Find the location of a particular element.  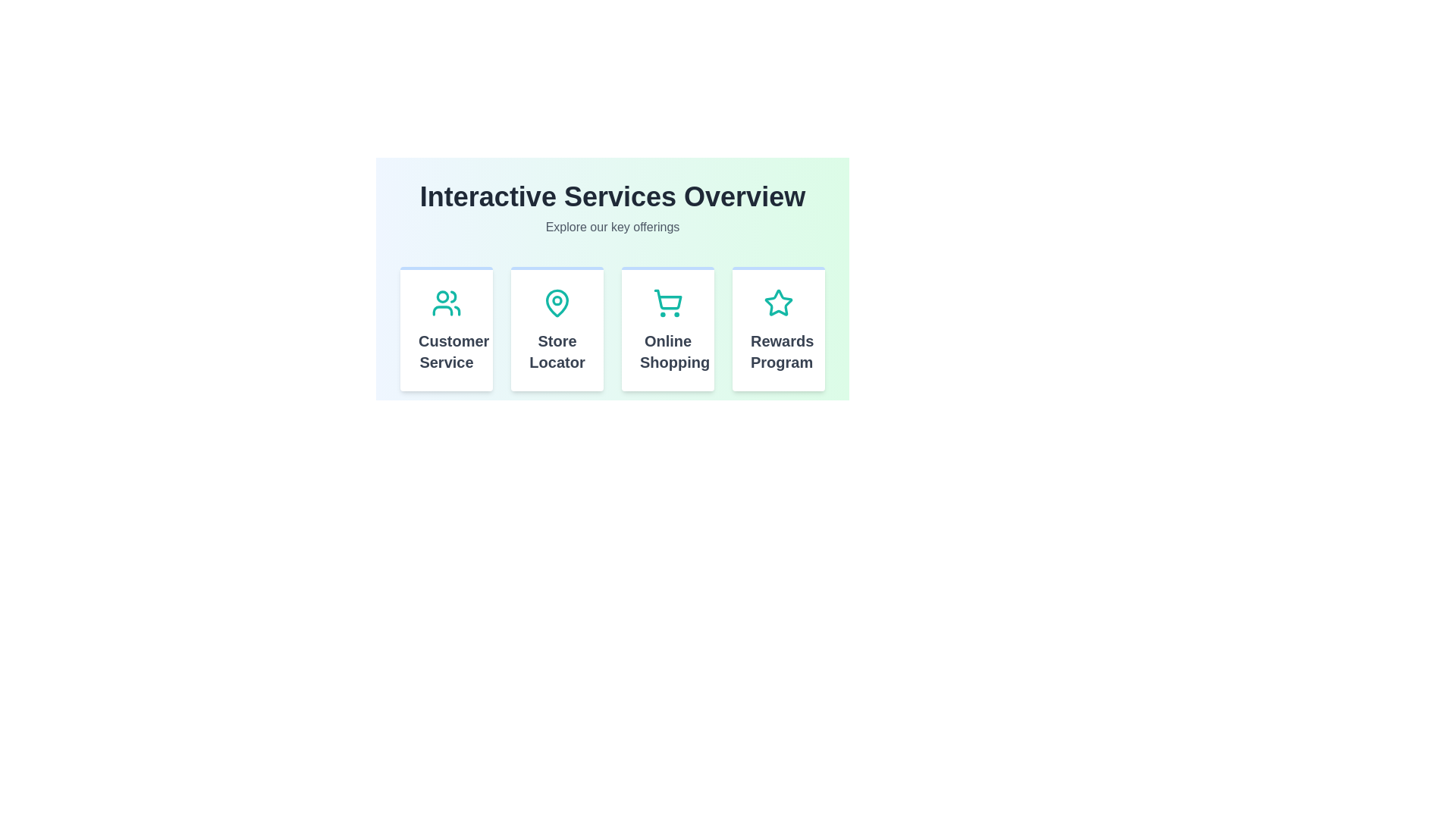

the 'Store Locator' card, the second card in the horizontal grid is located at coordinates (556, 328).